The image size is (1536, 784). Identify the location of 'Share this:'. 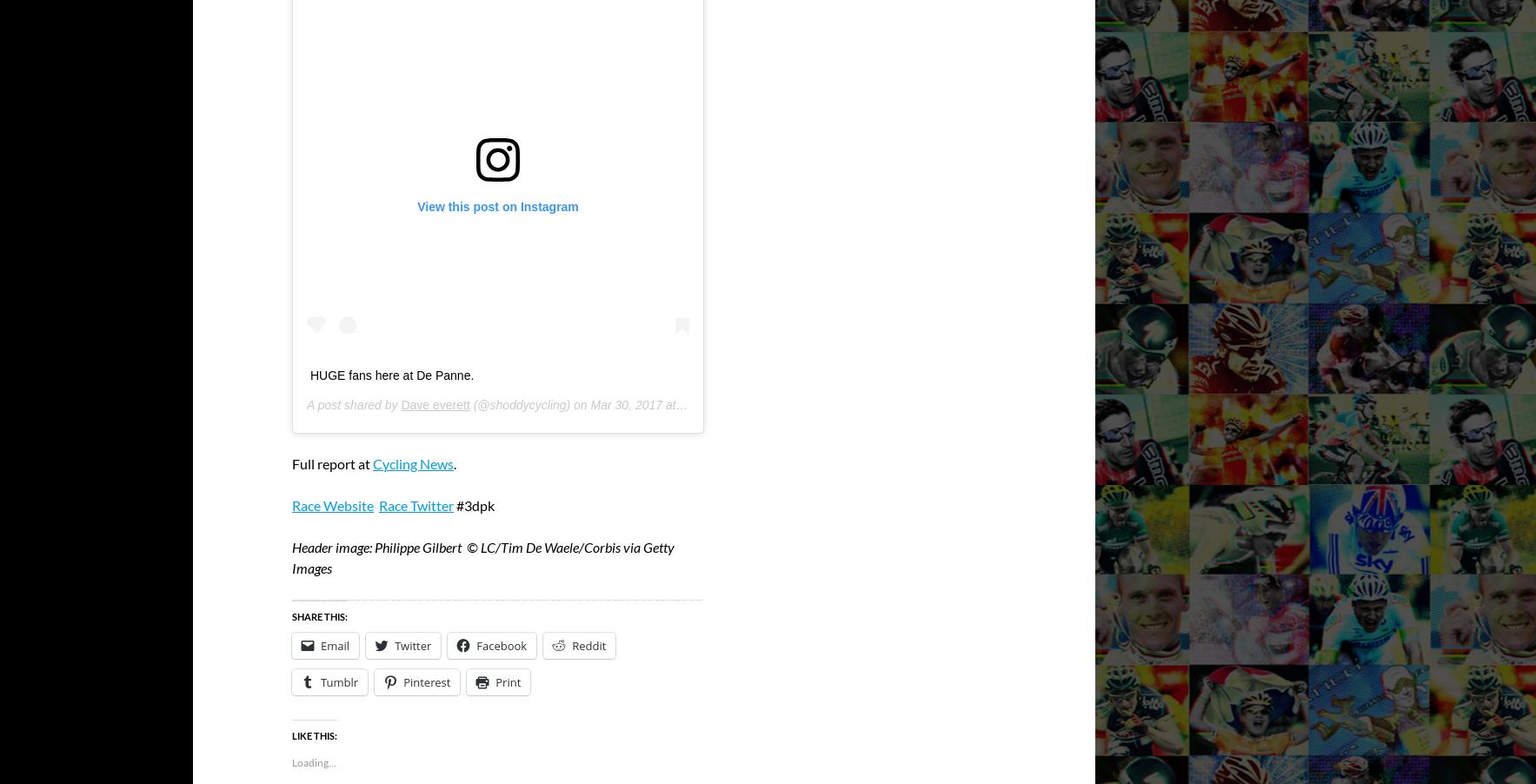
(320, 616).